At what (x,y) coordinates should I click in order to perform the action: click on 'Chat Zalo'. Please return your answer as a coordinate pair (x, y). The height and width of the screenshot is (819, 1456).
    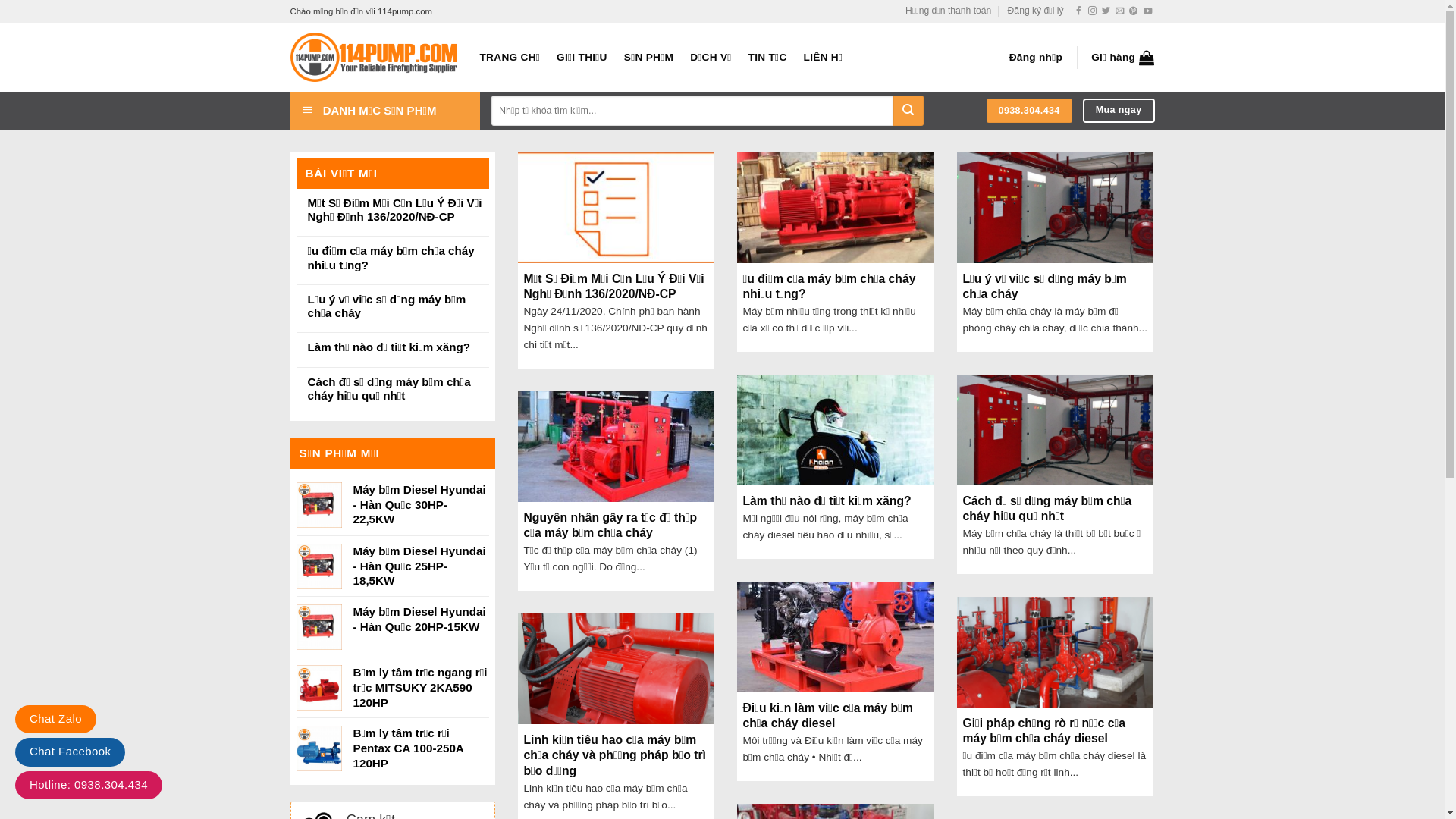
    Looking at the image, I should click on (55, 717).